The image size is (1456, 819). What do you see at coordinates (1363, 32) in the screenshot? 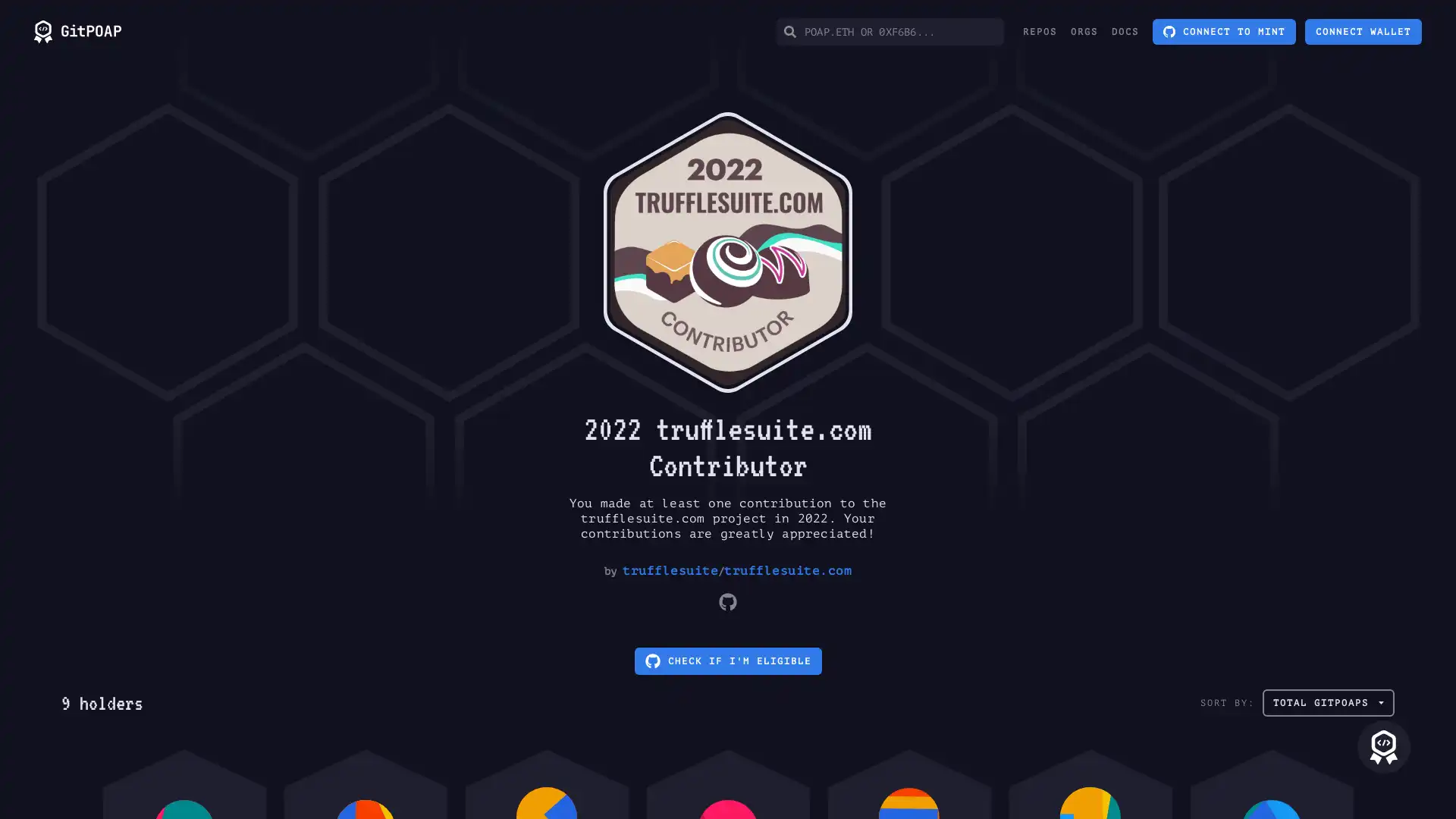
I see `CONNECT WALLET` at bounding box center [1363, 32].